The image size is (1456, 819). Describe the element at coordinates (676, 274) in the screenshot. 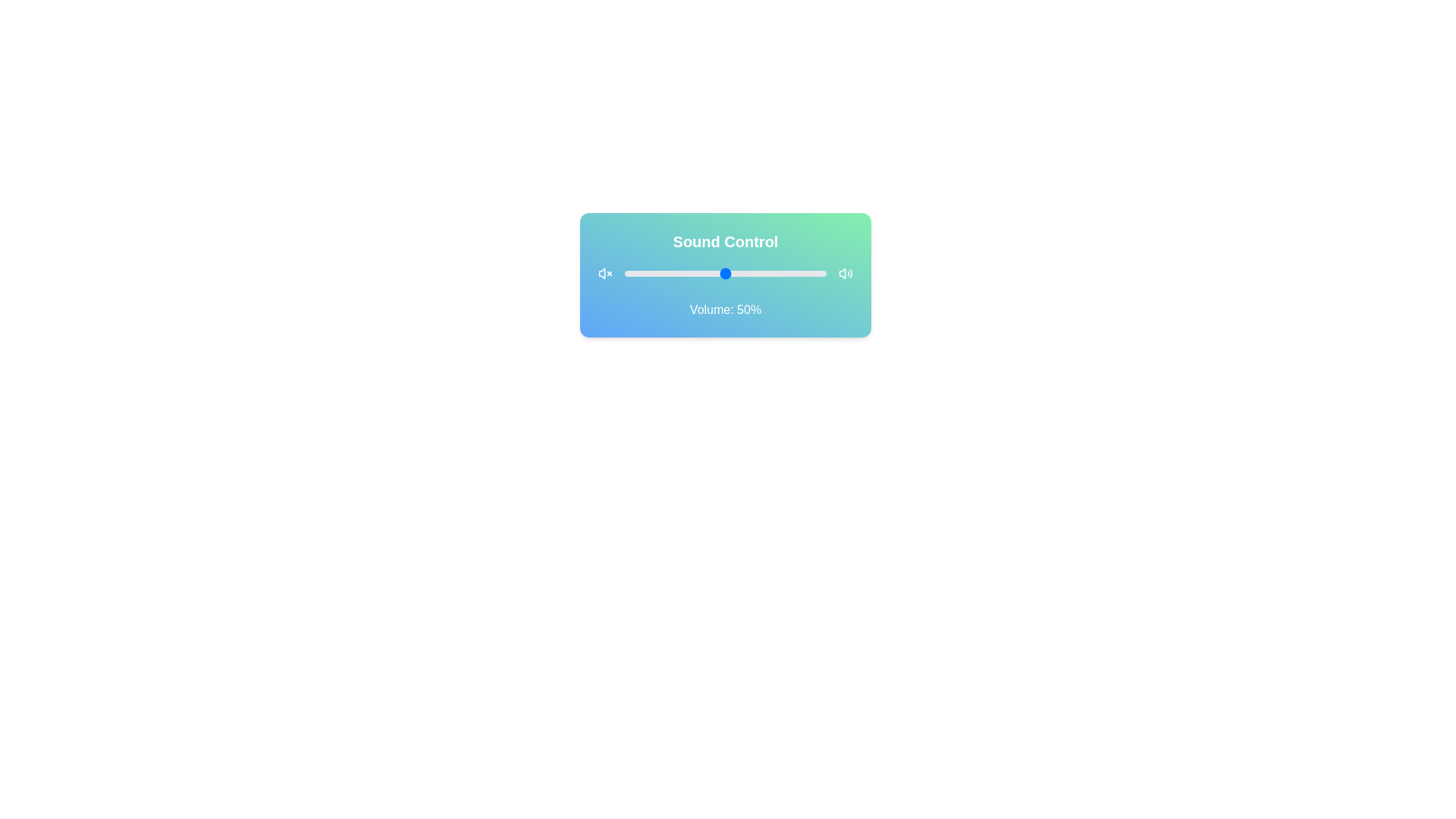

I see `the volume` at that location.